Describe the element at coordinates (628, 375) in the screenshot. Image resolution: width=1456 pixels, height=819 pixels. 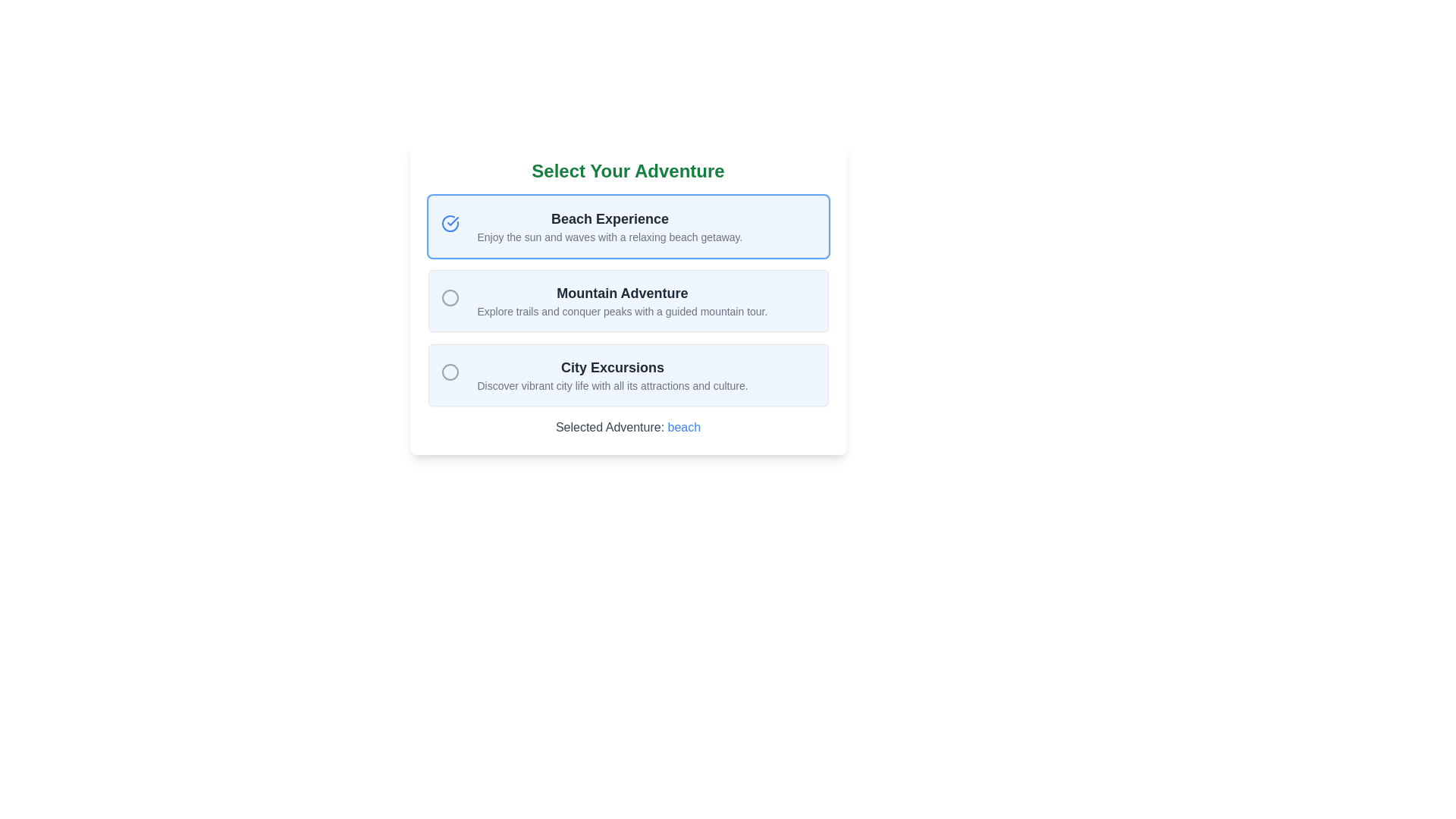
I see `the selectable card for 'City Excursions' located below the 'Mountain Adventure' card in the list of activities under 'Select Your Adventure.'` at that location.